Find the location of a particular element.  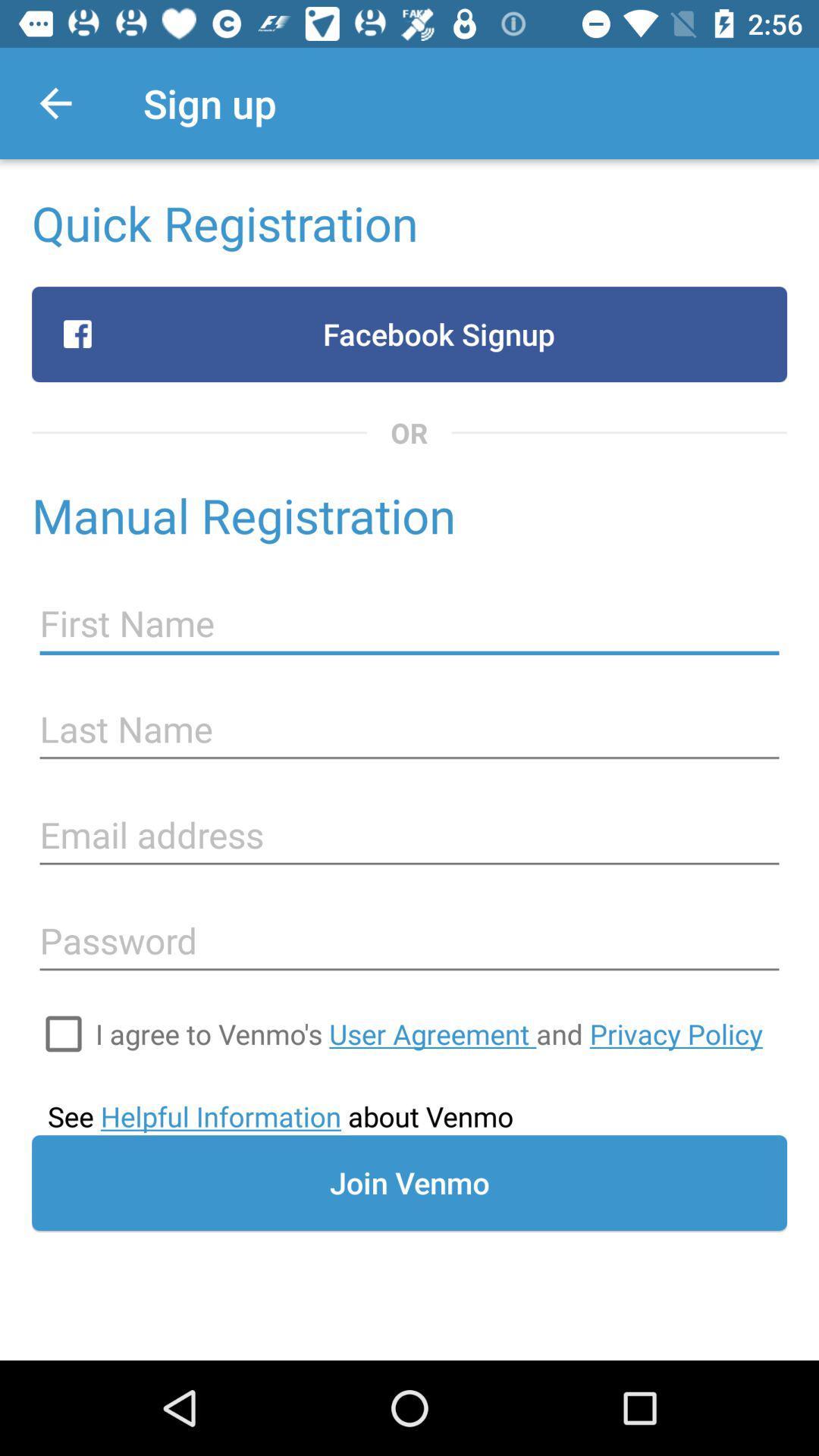

your last name is located at coordinates (409, 730).